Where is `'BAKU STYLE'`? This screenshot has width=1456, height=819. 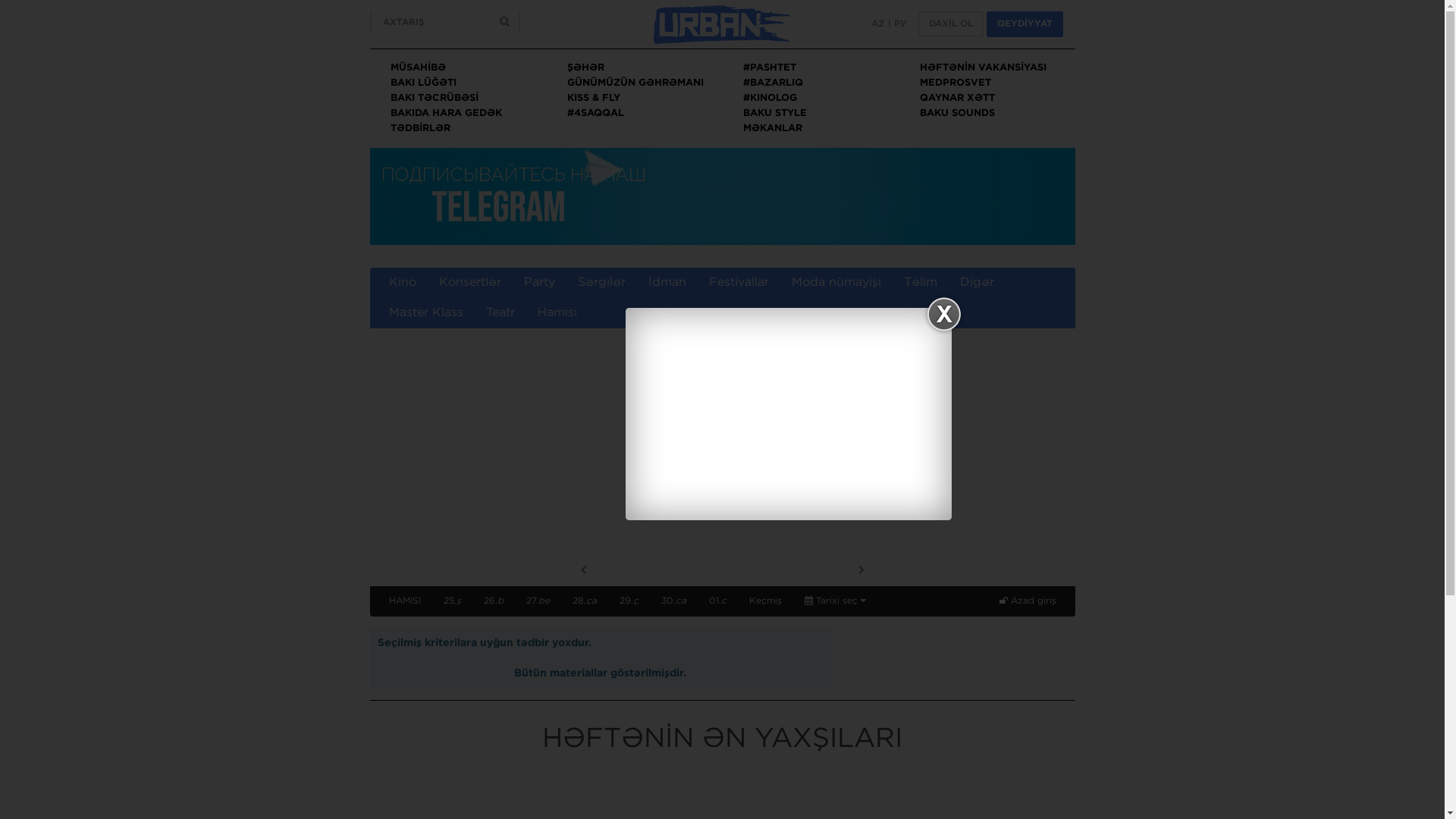 'BAKU STYLE' is located at coordinates (742, 112).